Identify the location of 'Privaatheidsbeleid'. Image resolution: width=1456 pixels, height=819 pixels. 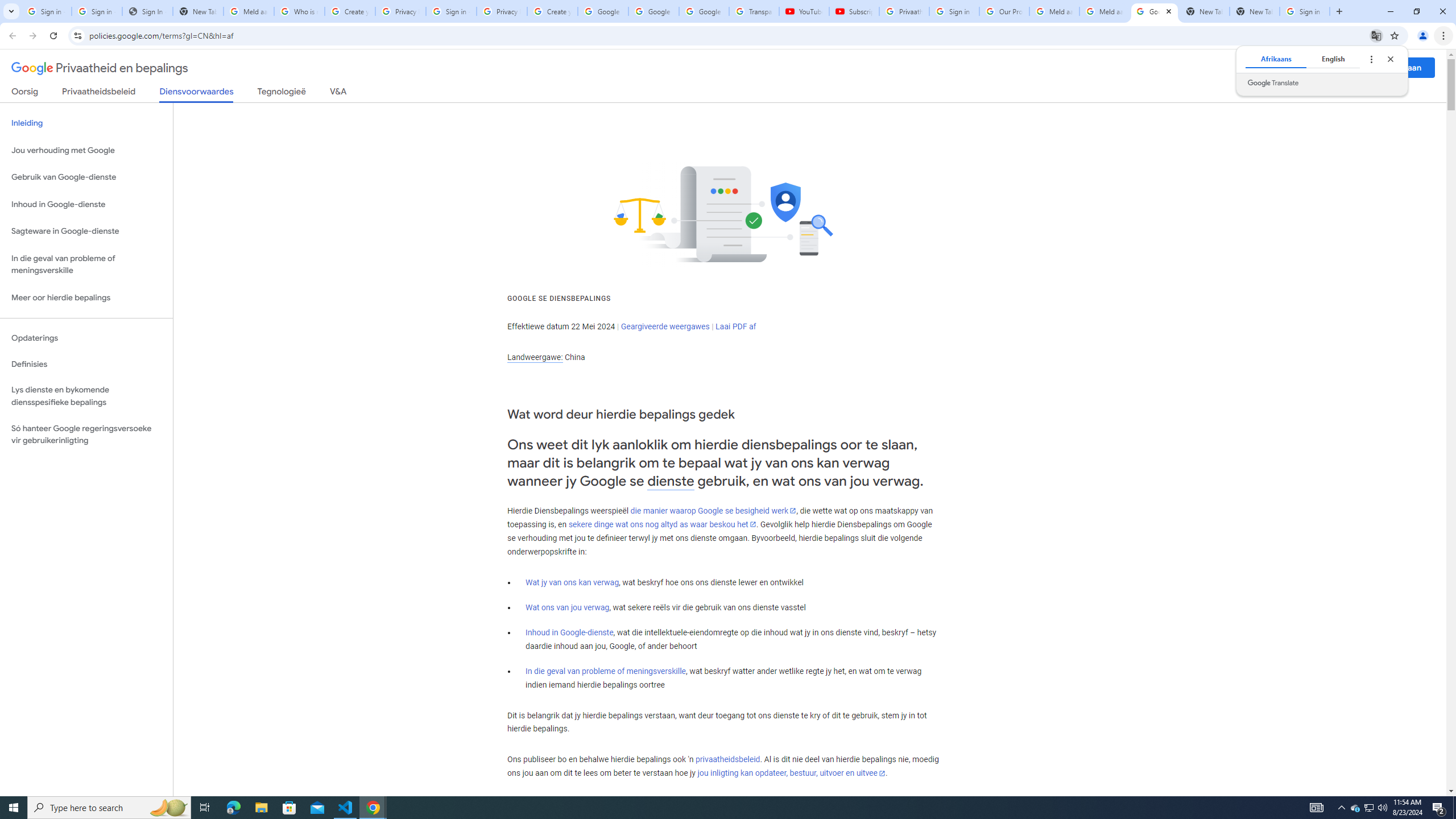
(99, 93).